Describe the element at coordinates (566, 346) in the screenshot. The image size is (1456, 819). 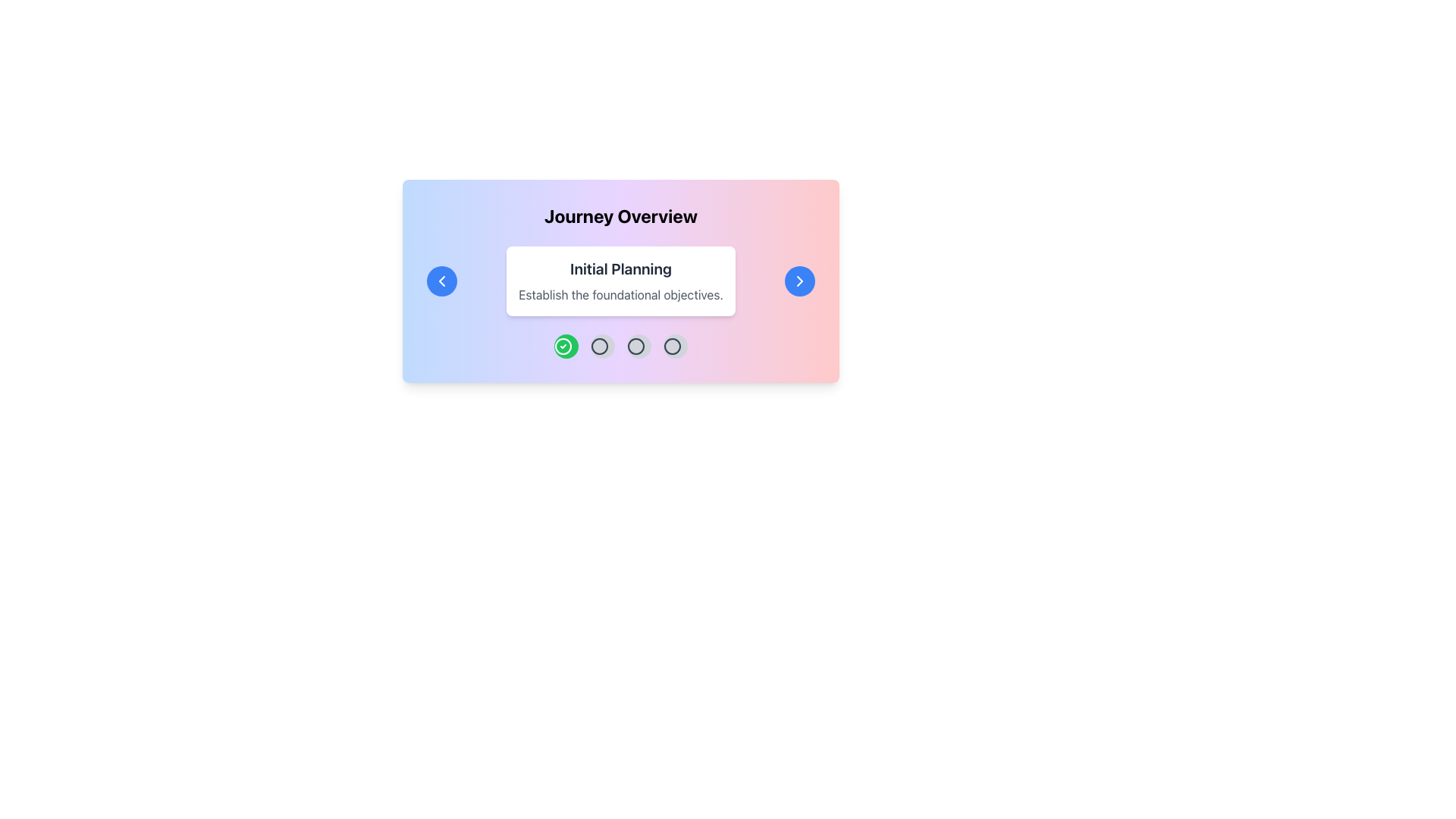
I see `the first interactive round button with an icon located below the 'Journey Overview' title` at that location.